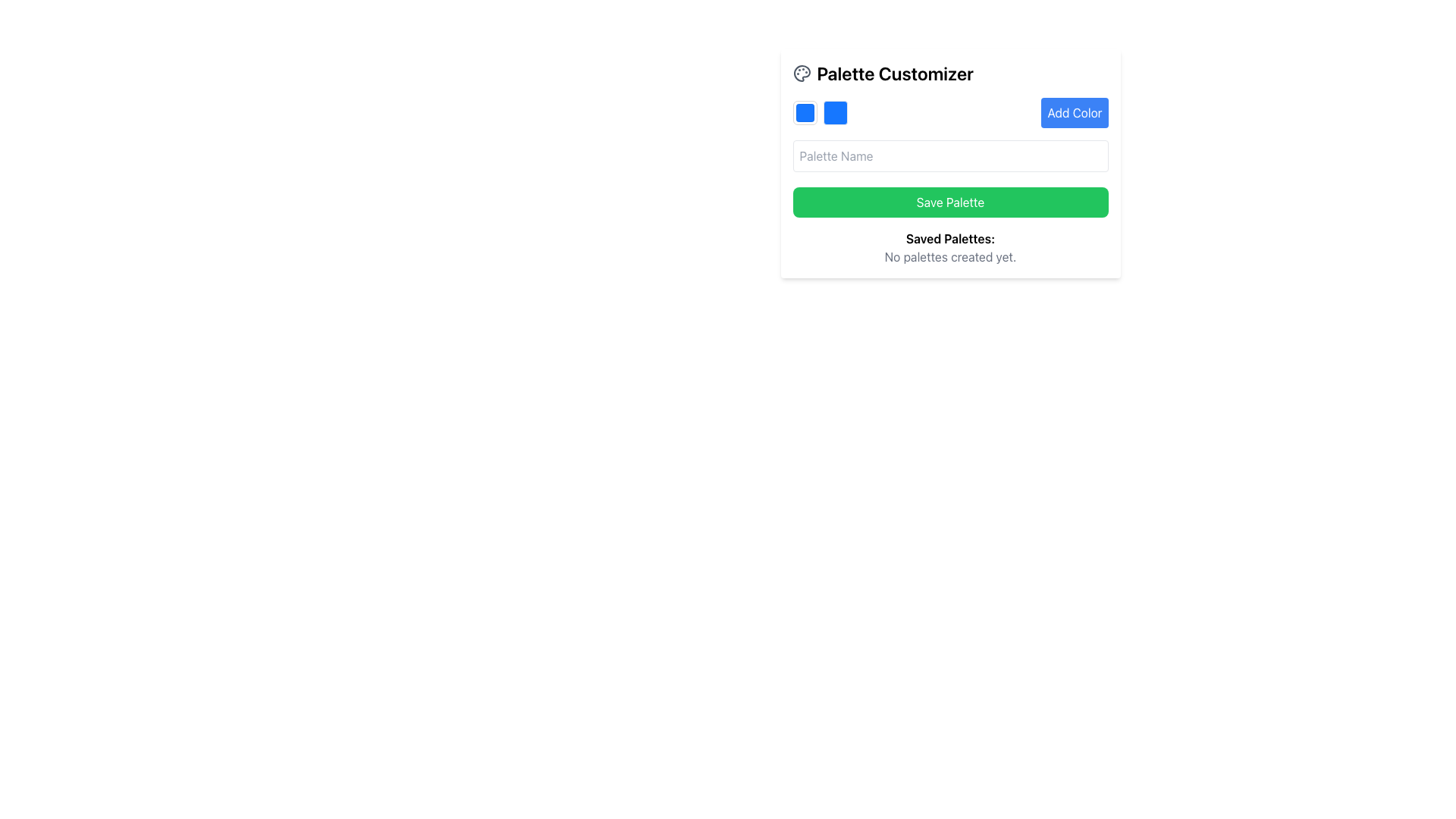 Image resolution: width=1456 pixels, height=819 pixels. Describe the element at coordinates (804, 112) in the screenshot. I see `the Color Picker Button, which is a small square icon with a white border and a blue square inside, located in the header section of the 'Palette Customizer' widget` at that location.